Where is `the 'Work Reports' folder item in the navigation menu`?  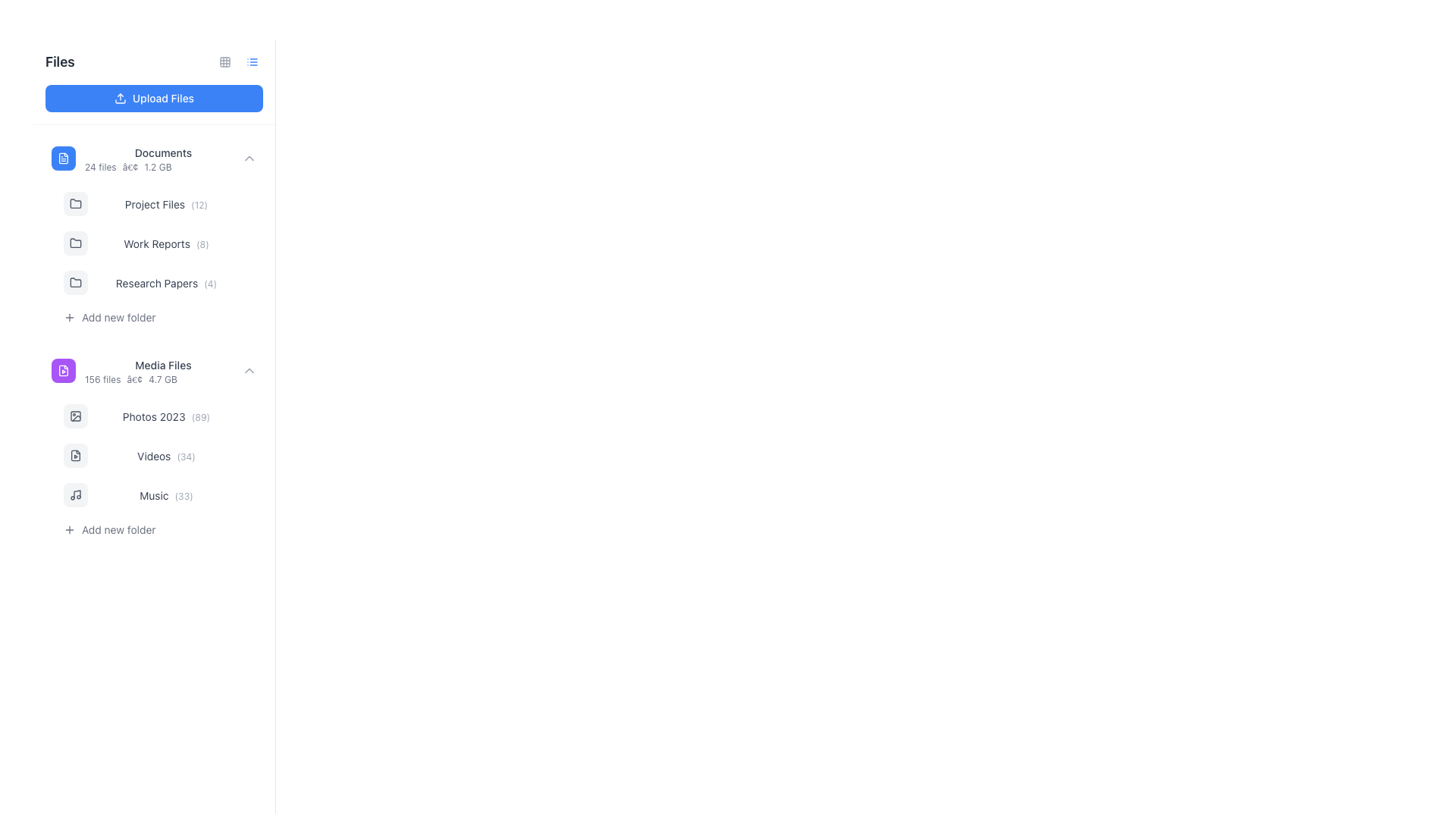 the 'Work Reports' folder item in the navigation menu is located at coordinates (154, 234).